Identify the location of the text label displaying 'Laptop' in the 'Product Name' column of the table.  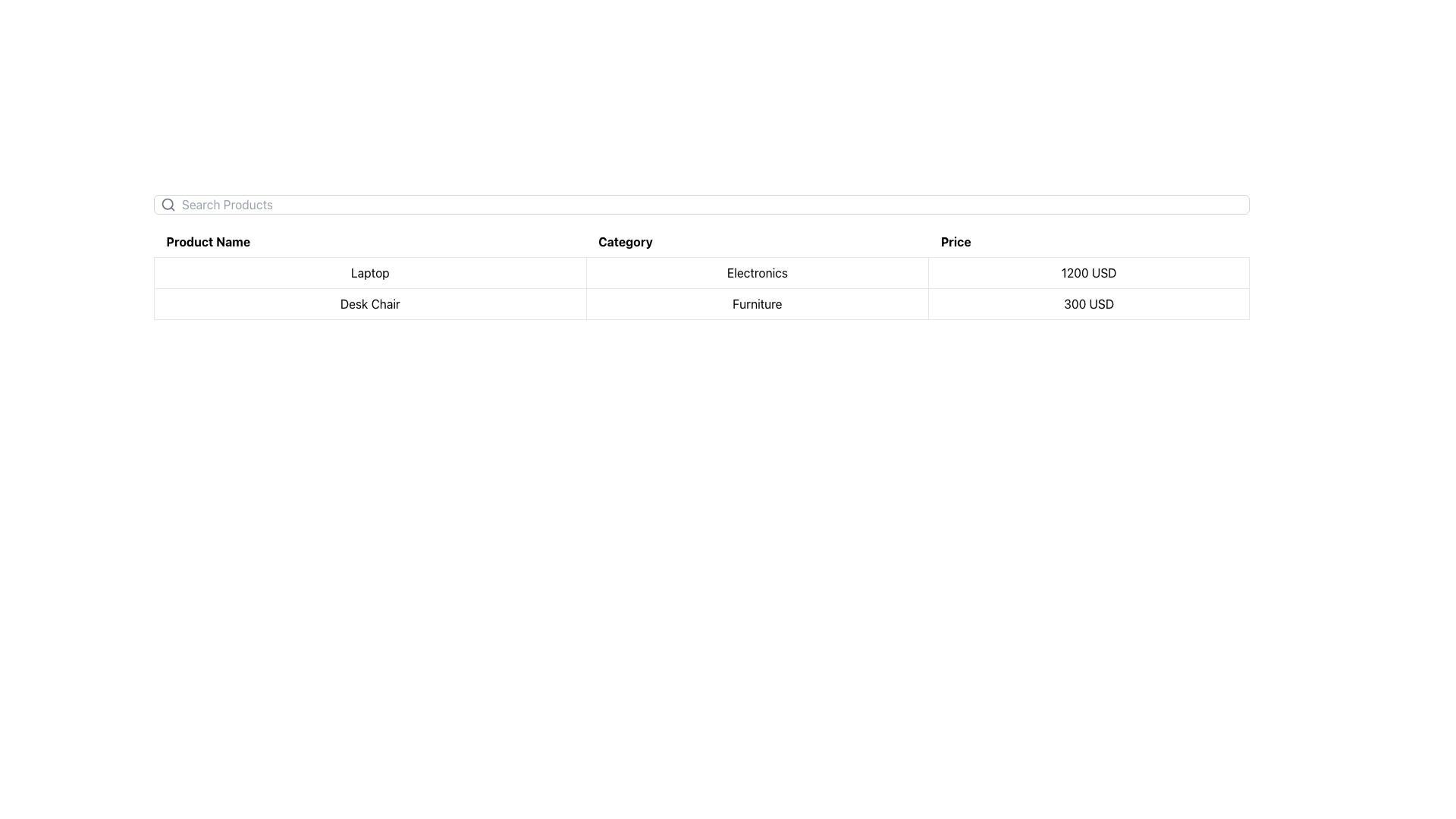
(370, 271).